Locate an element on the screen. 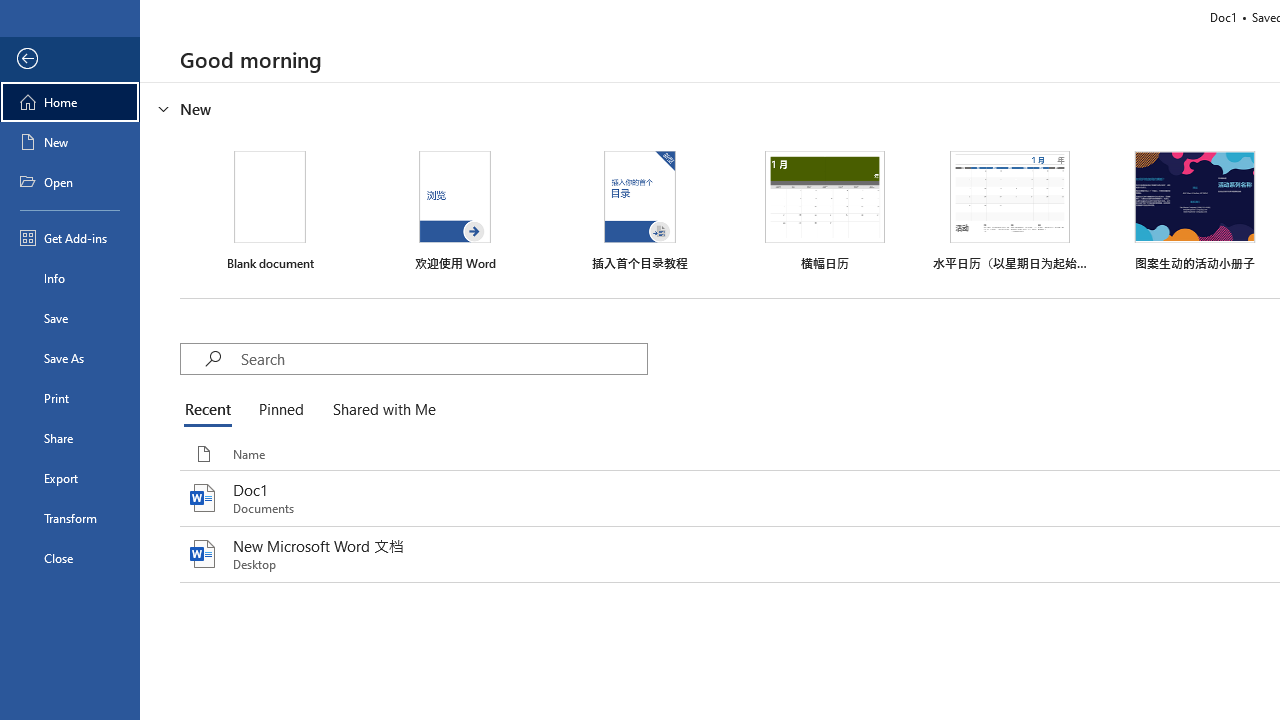  'Blank document' is located at coordinates (269, 211).